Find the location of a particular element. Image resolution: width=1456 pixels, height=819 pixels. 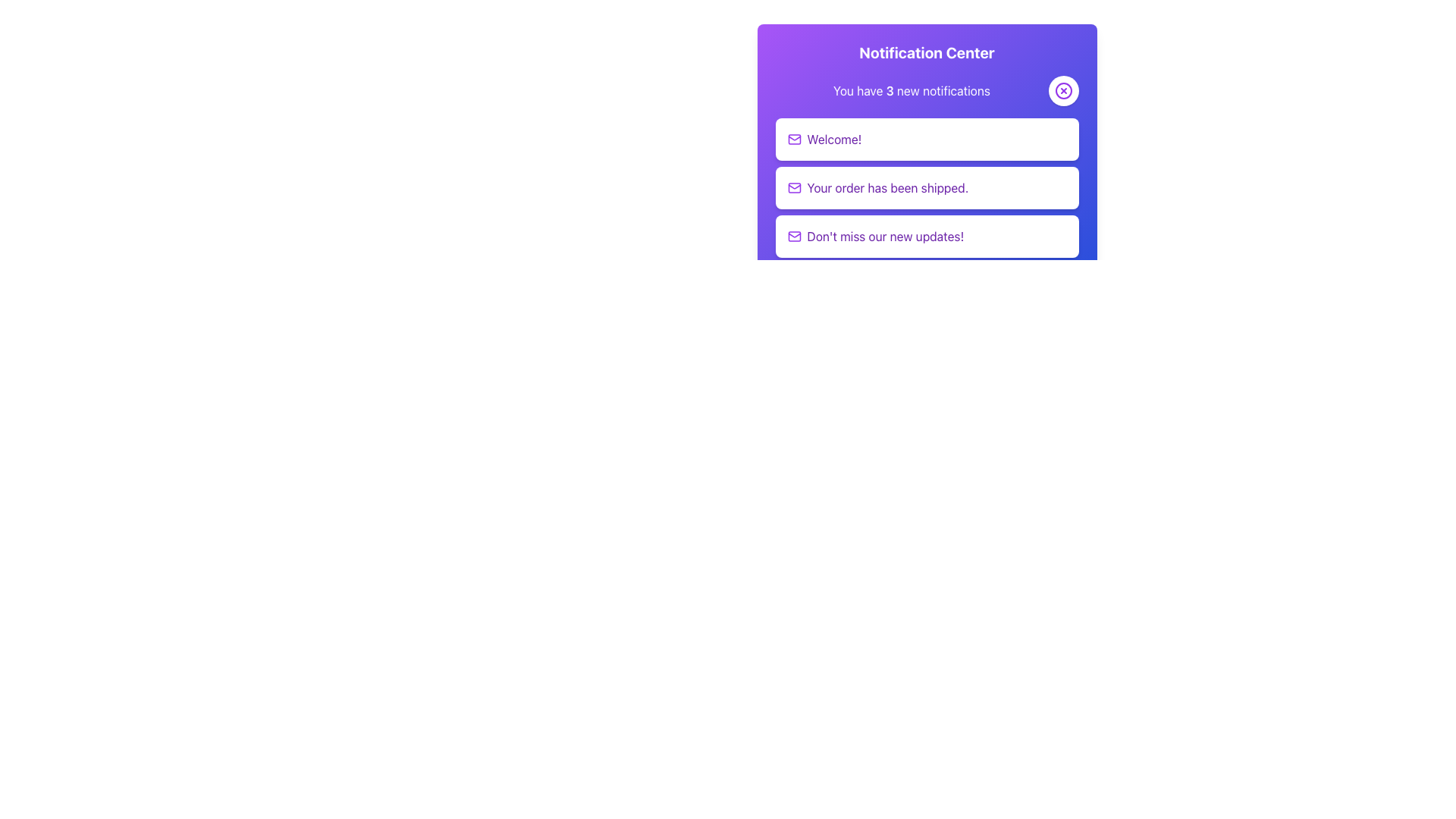

notification message 'Your order has been shipped.' which is the second notification in the list, styled in purple and accompanied by an envelope icon is located at coordinates (926, 187).